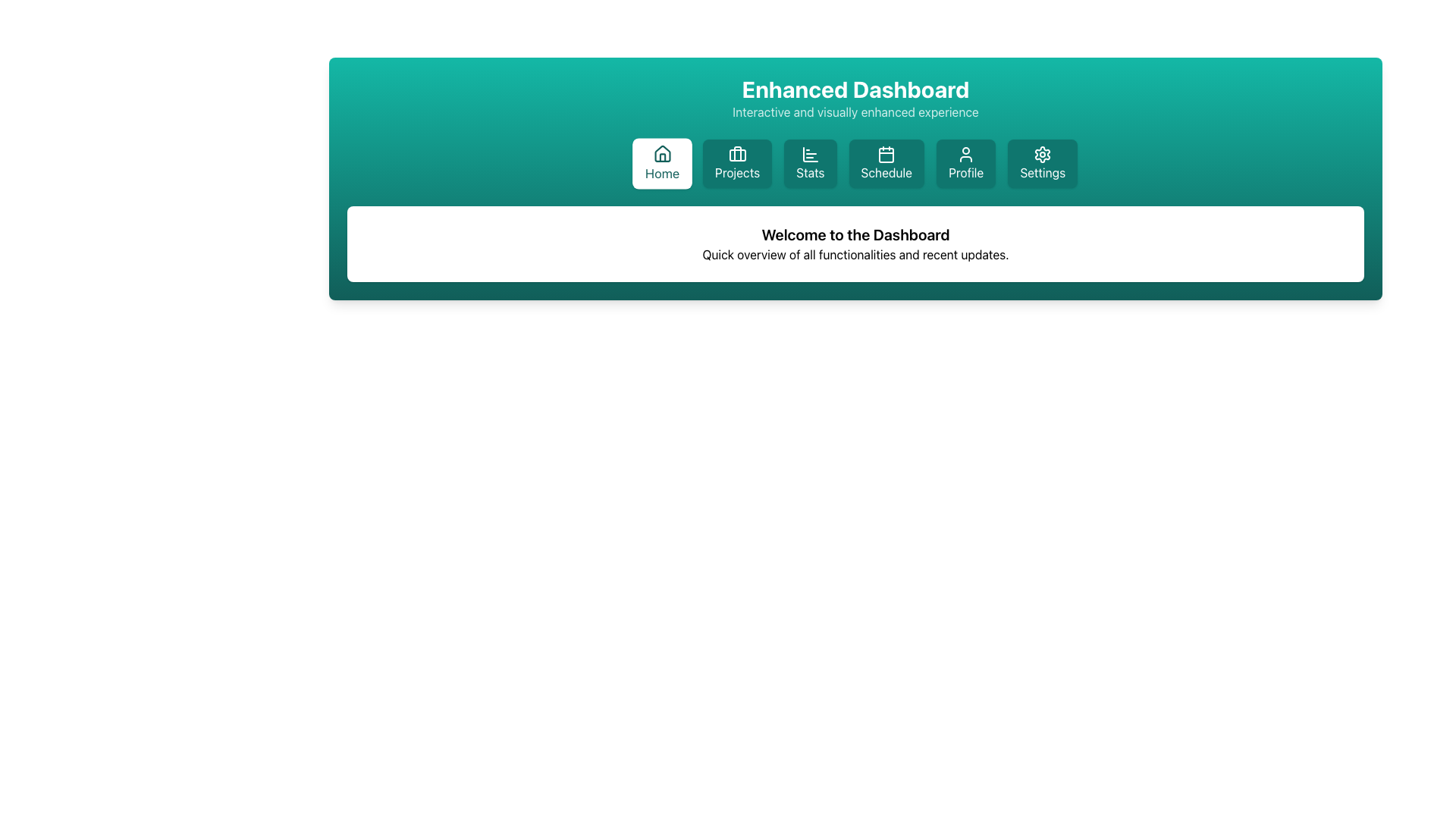 The image size is (1456, 819). Describe the element at coordinates (737, 155) in the screenshot. I see `the 'Projects' icon located in the second button of the top bar of the application` at that location.